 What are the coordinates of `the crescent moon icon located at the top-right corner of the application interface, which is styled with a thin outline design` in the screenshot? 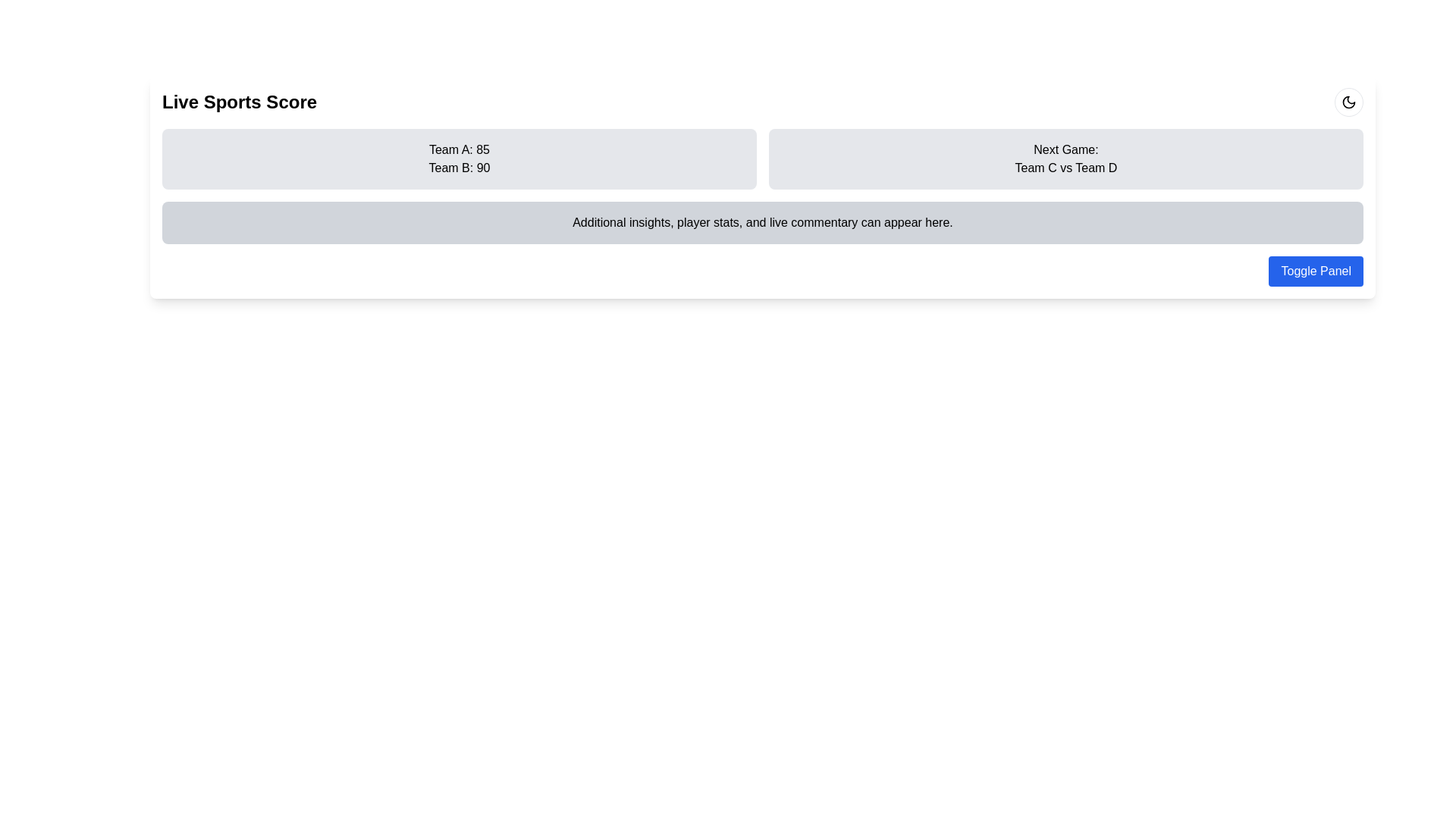 It's located at (1349, 102).